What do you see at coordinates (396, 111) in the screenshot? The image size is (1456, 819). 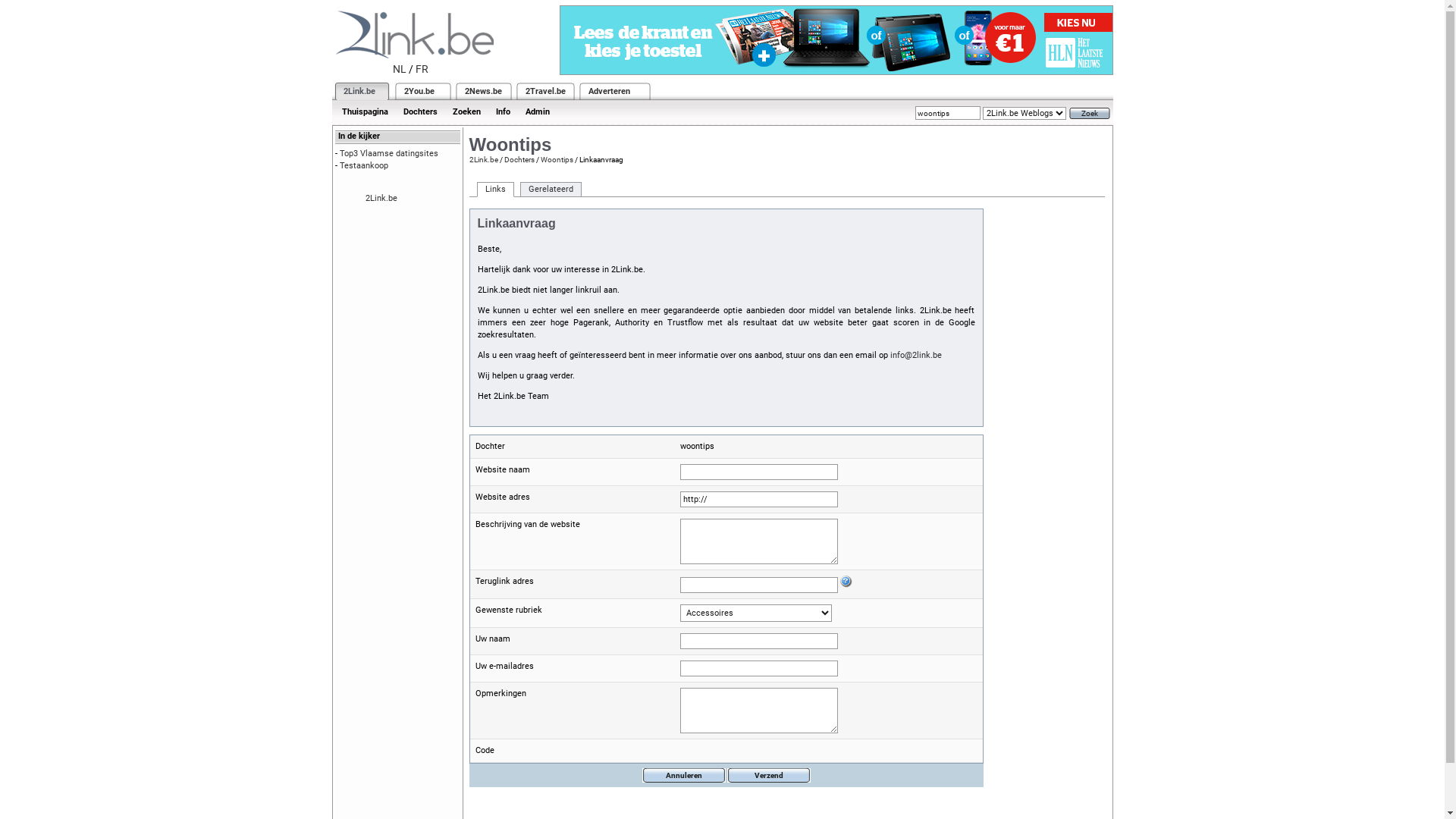 I see `'Dochters'` at bounding box center [396, 111].